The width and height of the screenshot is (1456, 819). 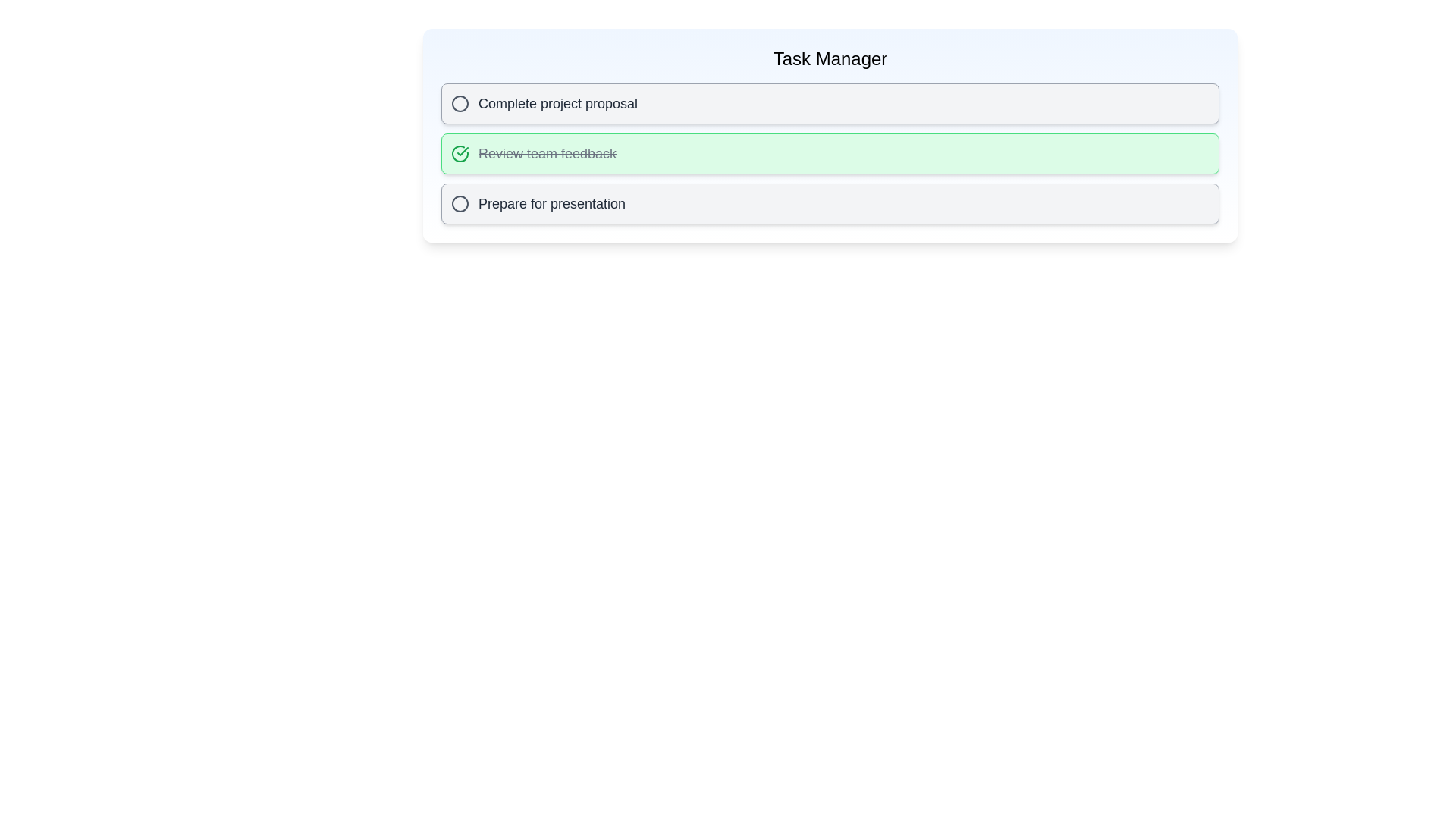 What do you see at coordinates (829, 103) in the screenshot?
I see `the task with description 'Complete project proposal' to observe the hover effect` at bounding box center [829, 103].